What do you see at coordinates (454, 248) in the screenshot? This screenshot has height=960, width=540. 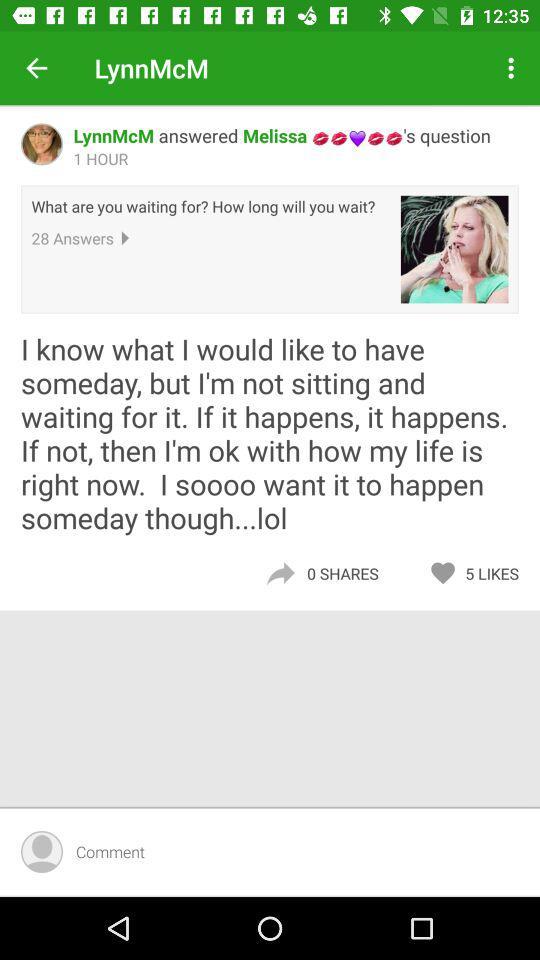 I see `icon next to what are you` at bounding box center [454, 248].